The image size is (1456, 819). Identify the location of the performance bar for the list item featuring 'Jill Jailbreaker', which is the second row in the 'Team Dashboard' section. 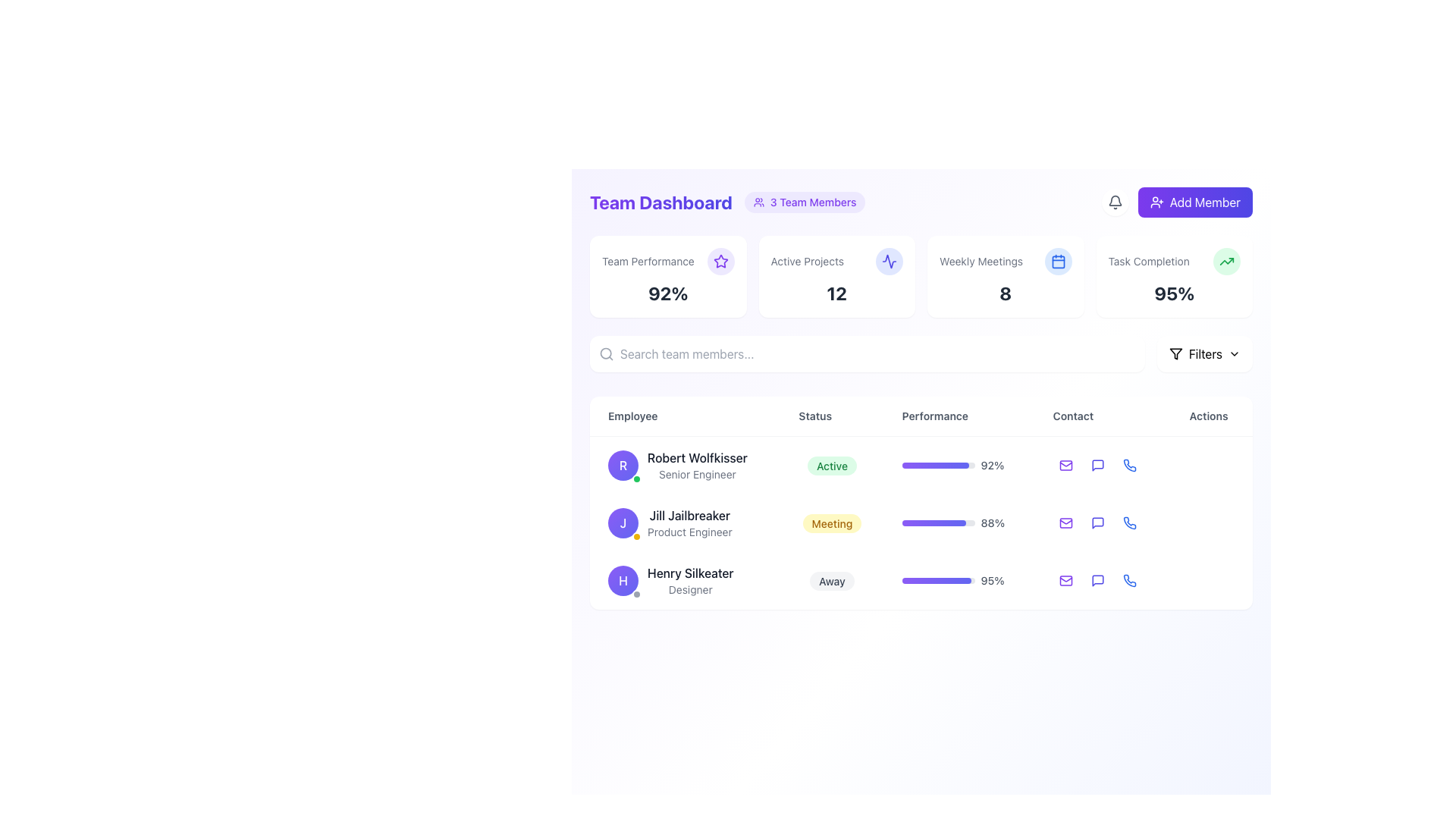
(920, 522).